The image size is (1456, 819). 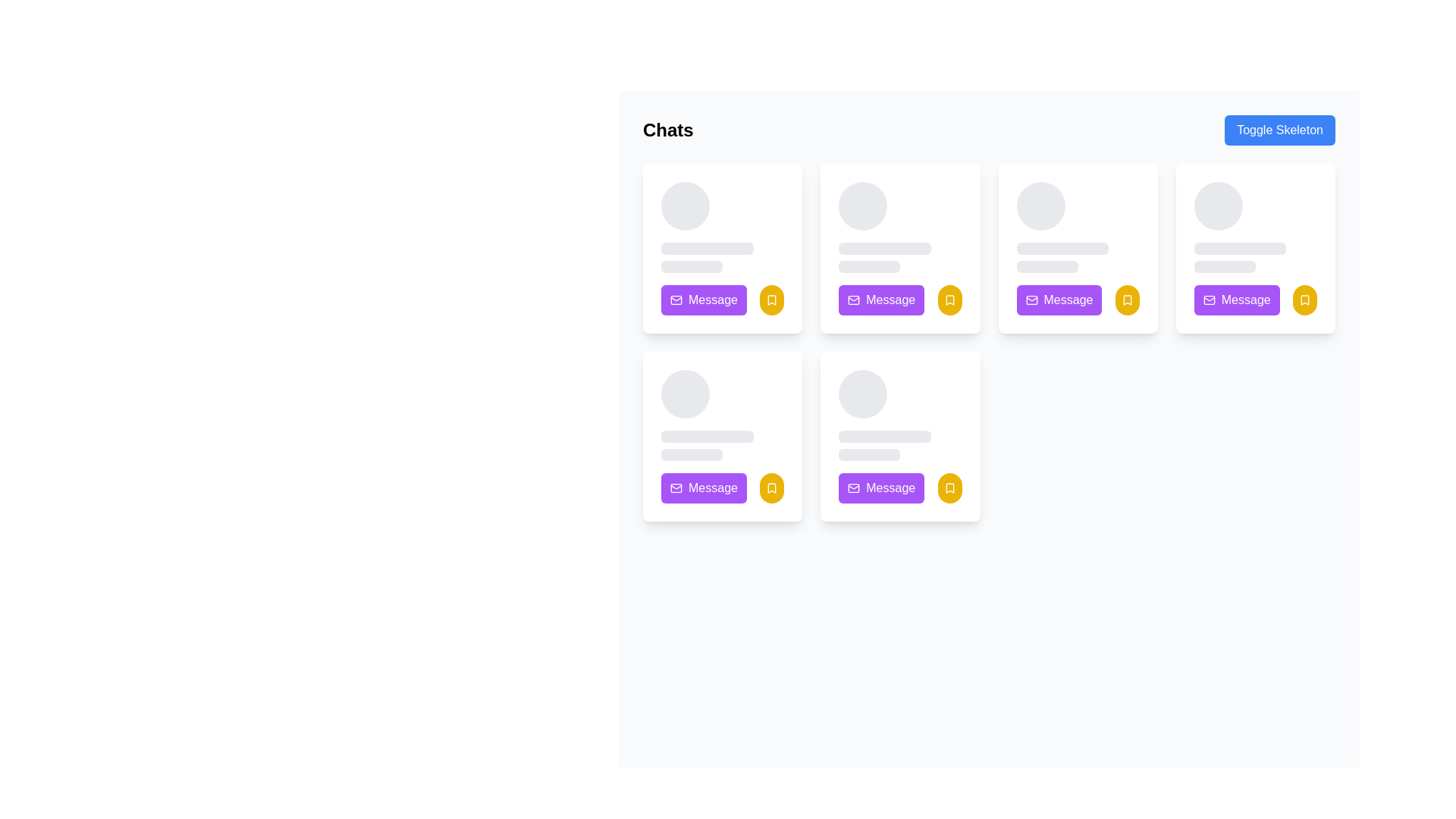 I want to click on the vibrant purple button labeled 'Message' with a white envelope icon to observe its hover effect, so click(x=881, y=300).